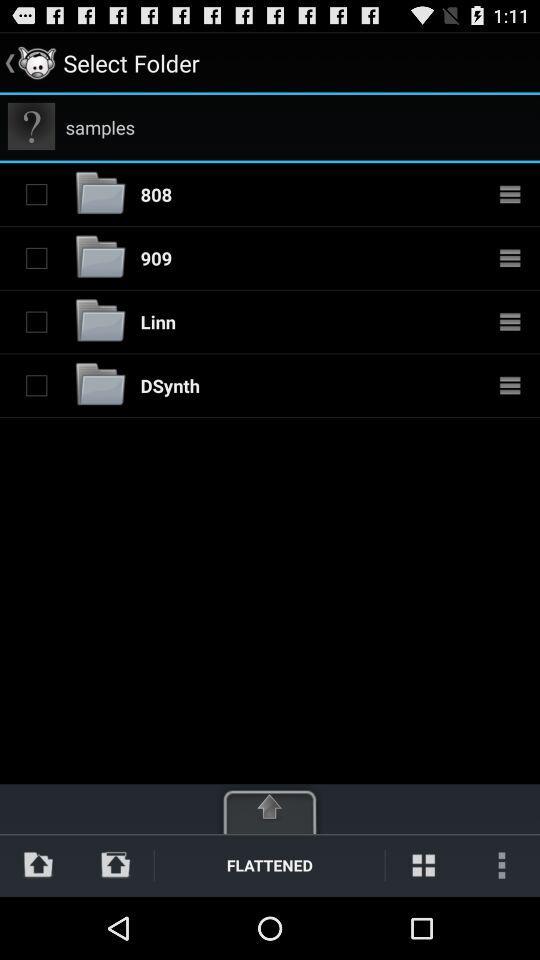  What do you see at coordinates (155, 194) in the screenshot?
I see `808 item` at bounding box center [155, 194].